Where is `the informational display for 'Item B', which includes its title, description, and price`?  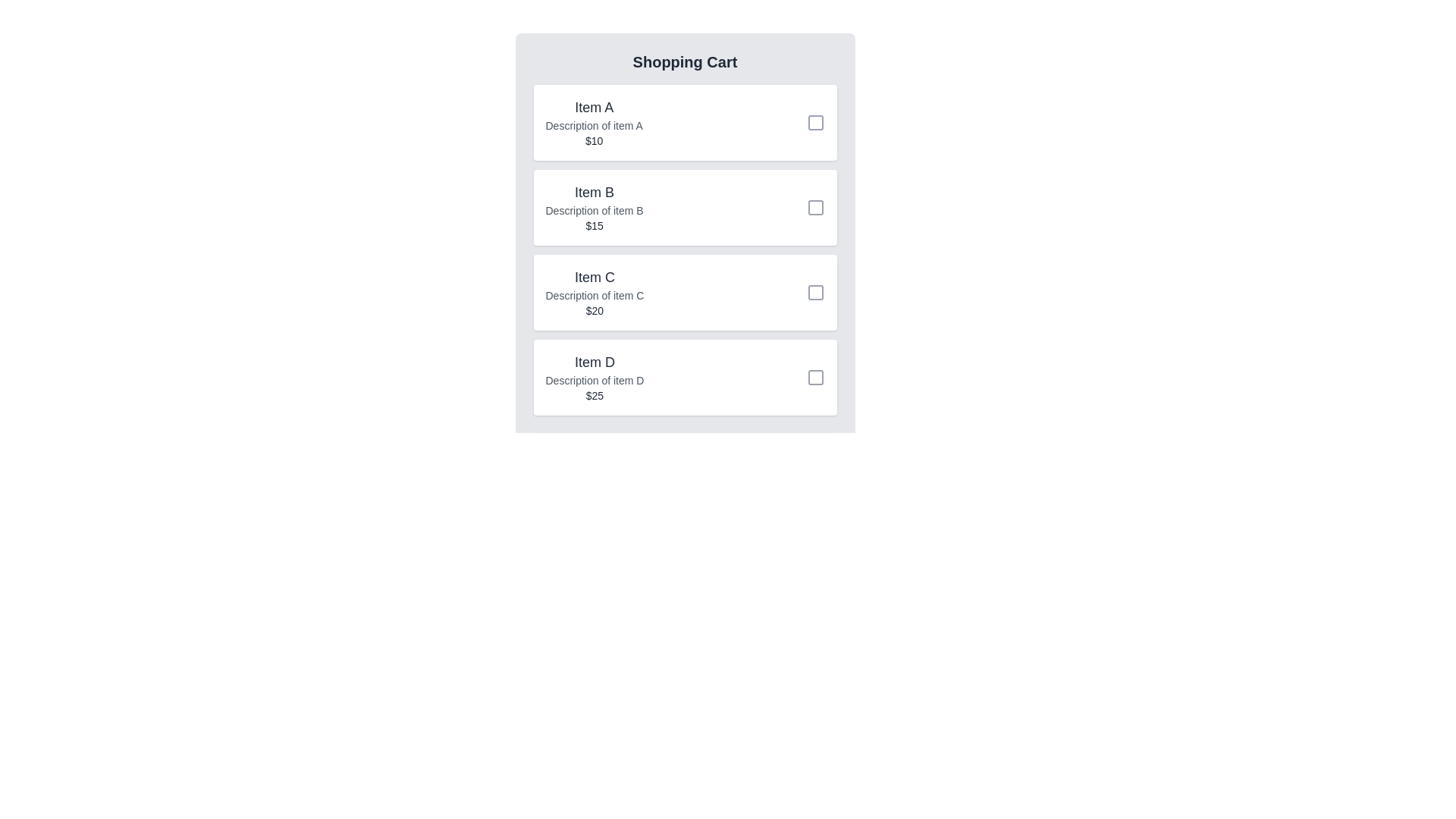
the informational display for 'Item B', which includes its title, description, and price is located at coordinates (594, 207).